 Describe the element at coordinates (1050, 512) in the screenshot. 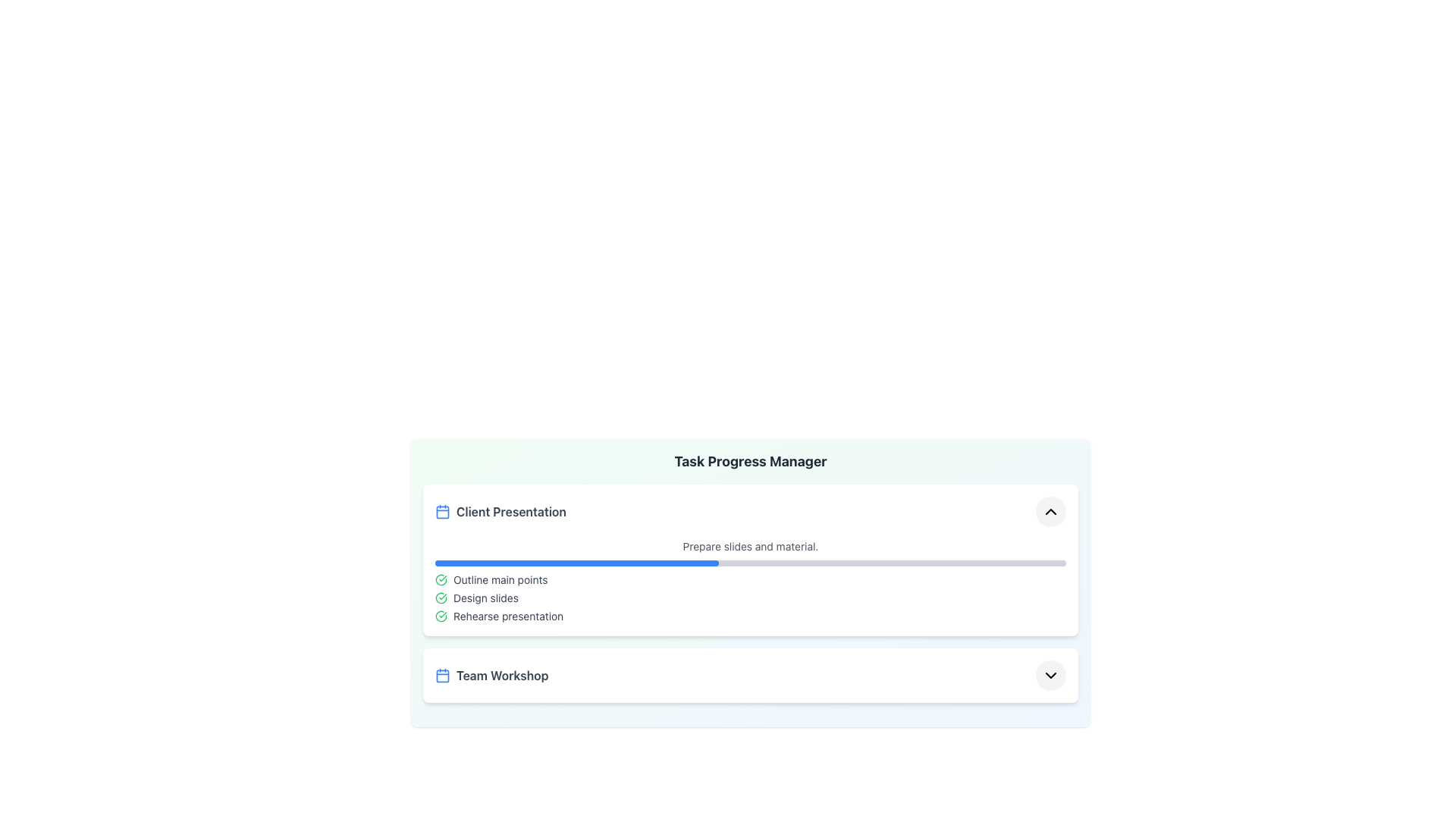

I see `the button located at the top-right corner of the 'Client Presentation' section` at that location.